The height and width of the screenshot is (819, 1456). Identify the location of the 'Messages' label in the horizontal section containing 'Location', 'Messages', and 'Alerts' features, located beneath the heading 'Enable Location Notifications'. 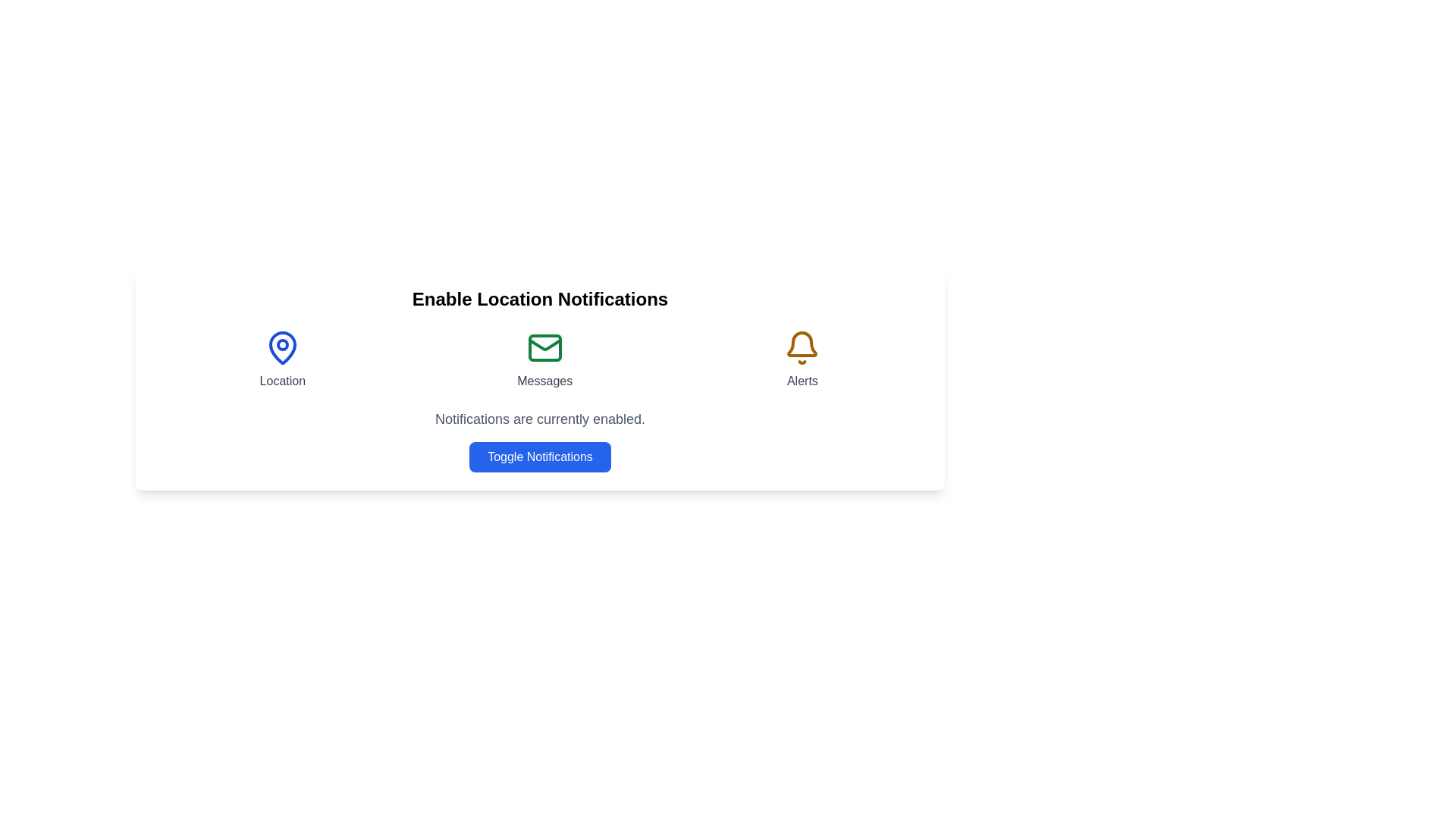
(540, 359).